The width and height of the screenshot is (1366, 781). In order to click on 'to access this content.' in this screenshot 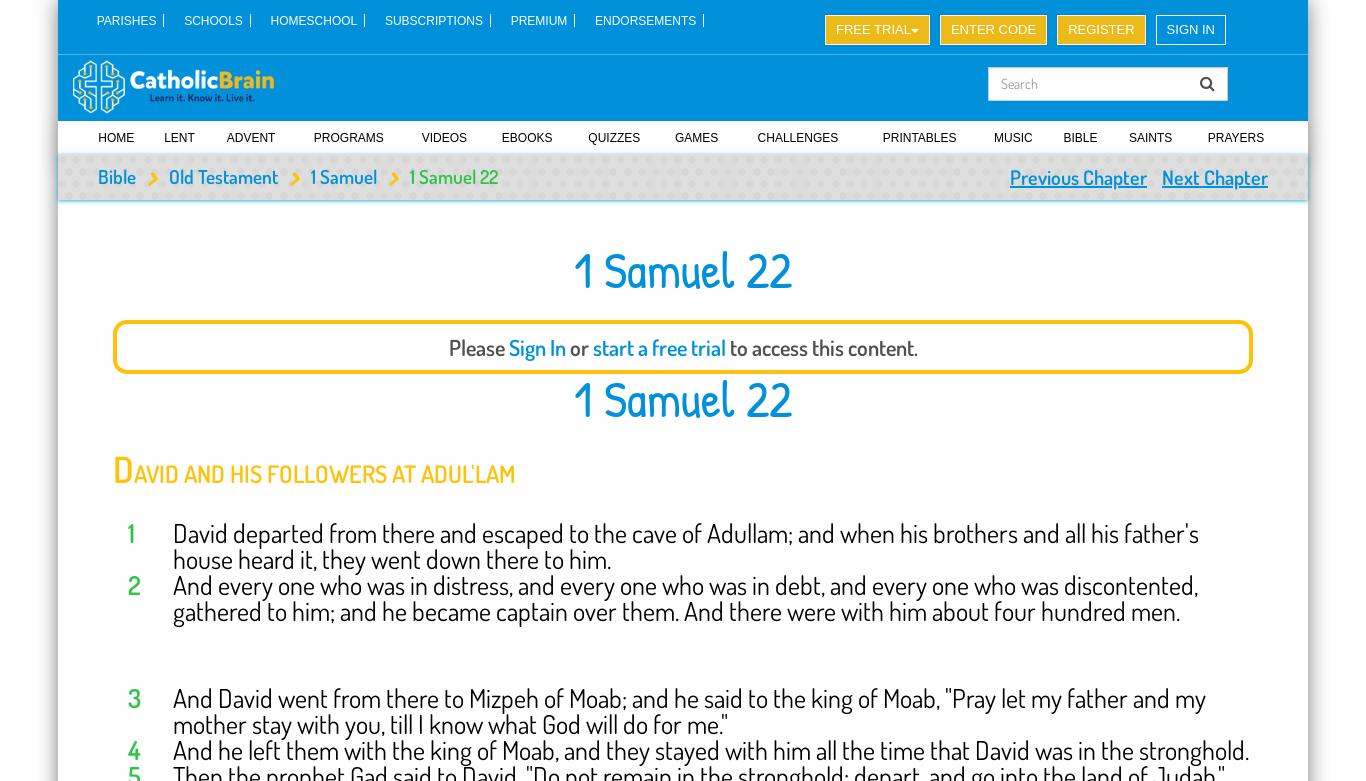, I will do `click(724, 346)`.